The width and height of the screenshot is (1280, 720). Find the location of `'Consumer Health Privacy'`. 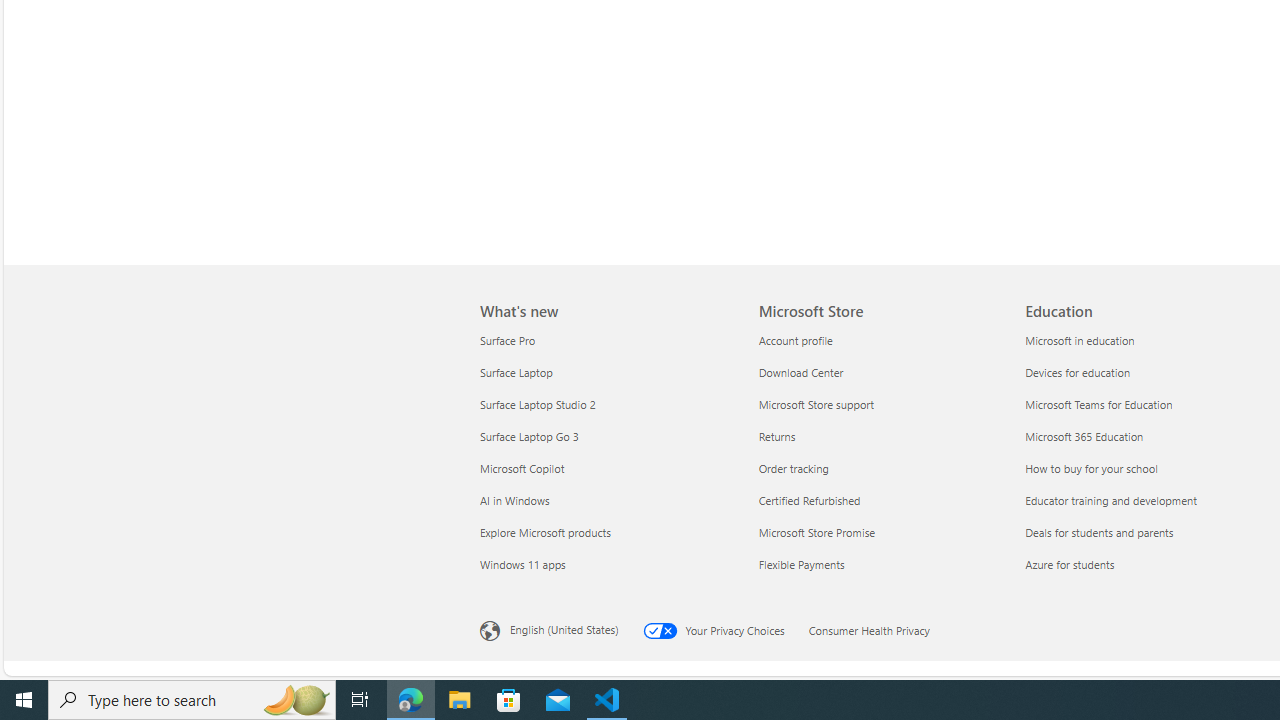

'Consumer Health Privacy' is located at coordinates (880, 627).